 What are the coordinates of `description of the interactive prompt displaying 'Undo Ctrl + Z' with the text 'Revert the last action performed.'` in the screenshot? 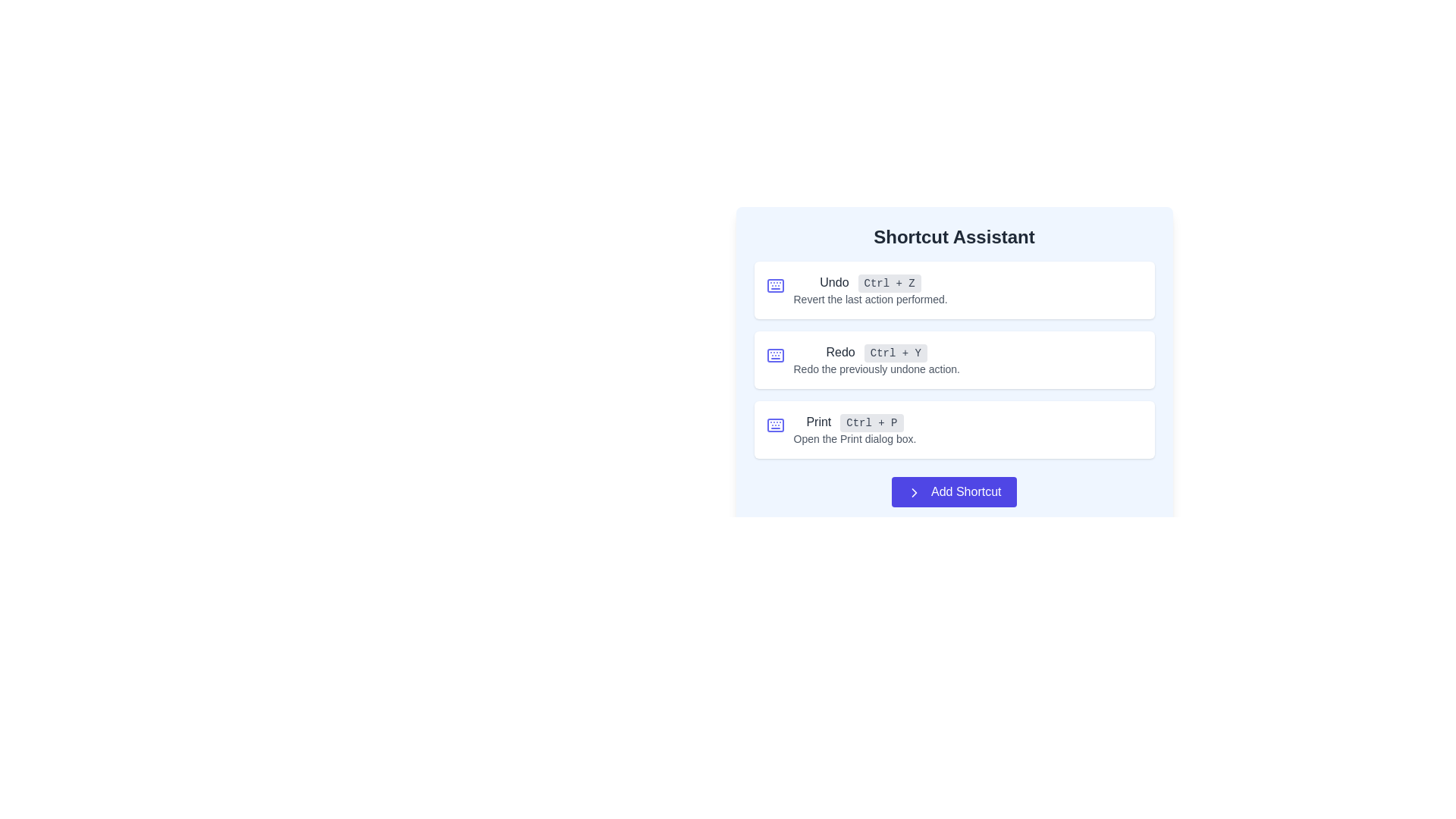 It's located at (870, 290).